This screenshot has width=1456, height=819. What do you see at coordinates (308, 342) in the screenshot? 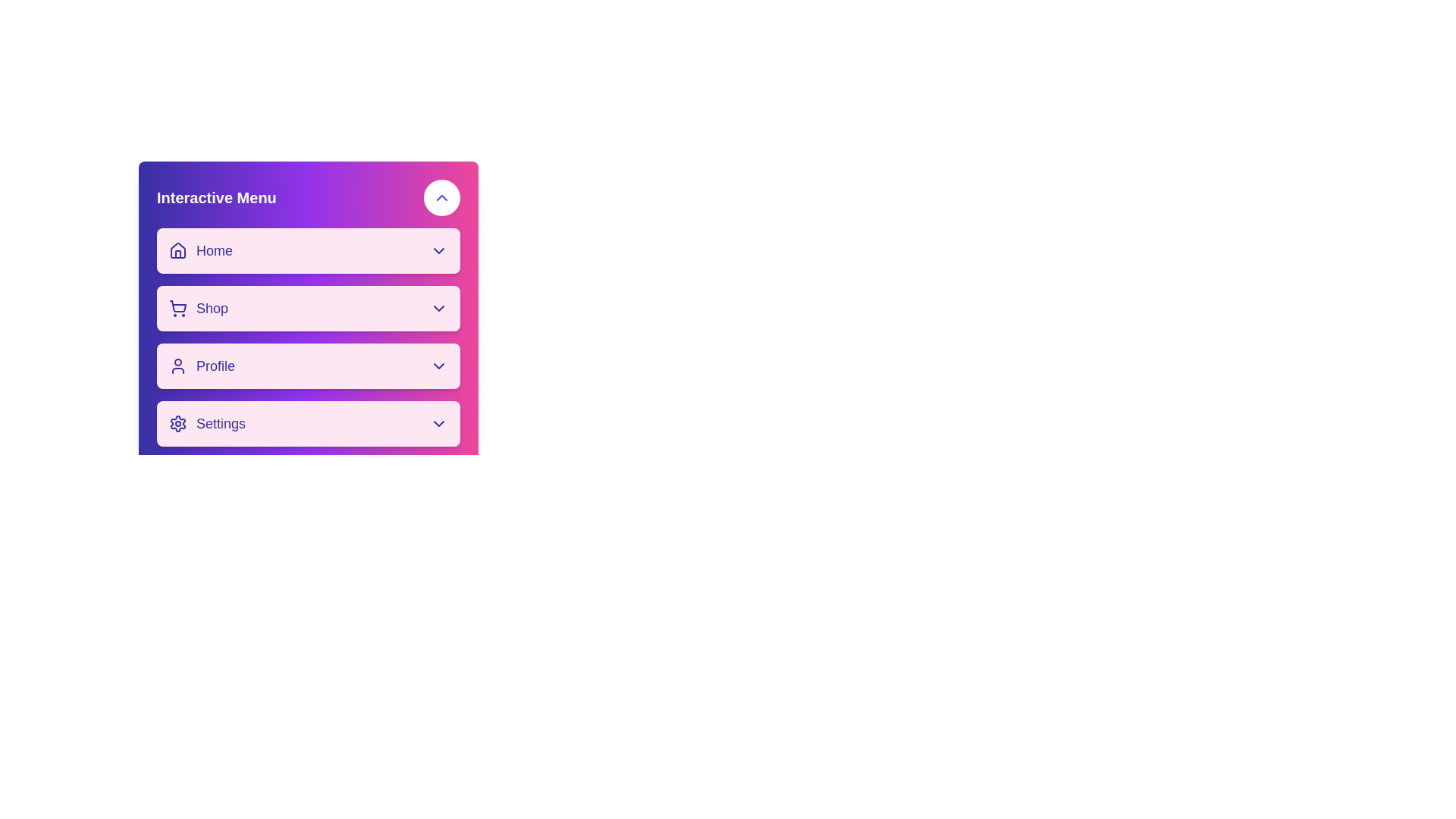
I see `the 'Profile' menu item with a light pink background and indigo-colored text` at bounding box center [308, 342].